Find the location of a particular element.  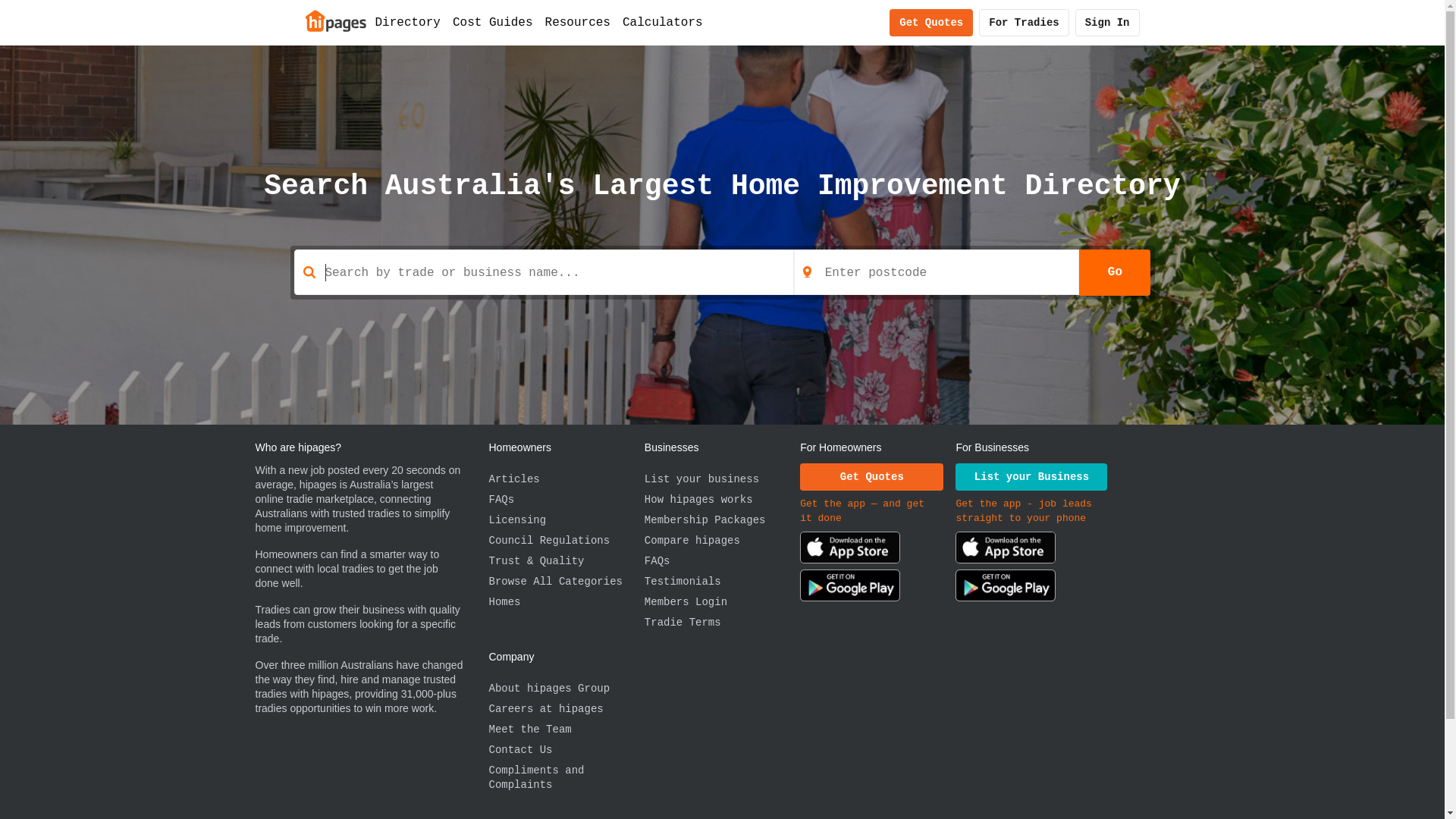

'Contact Us' is located at coordinates (565, 749).